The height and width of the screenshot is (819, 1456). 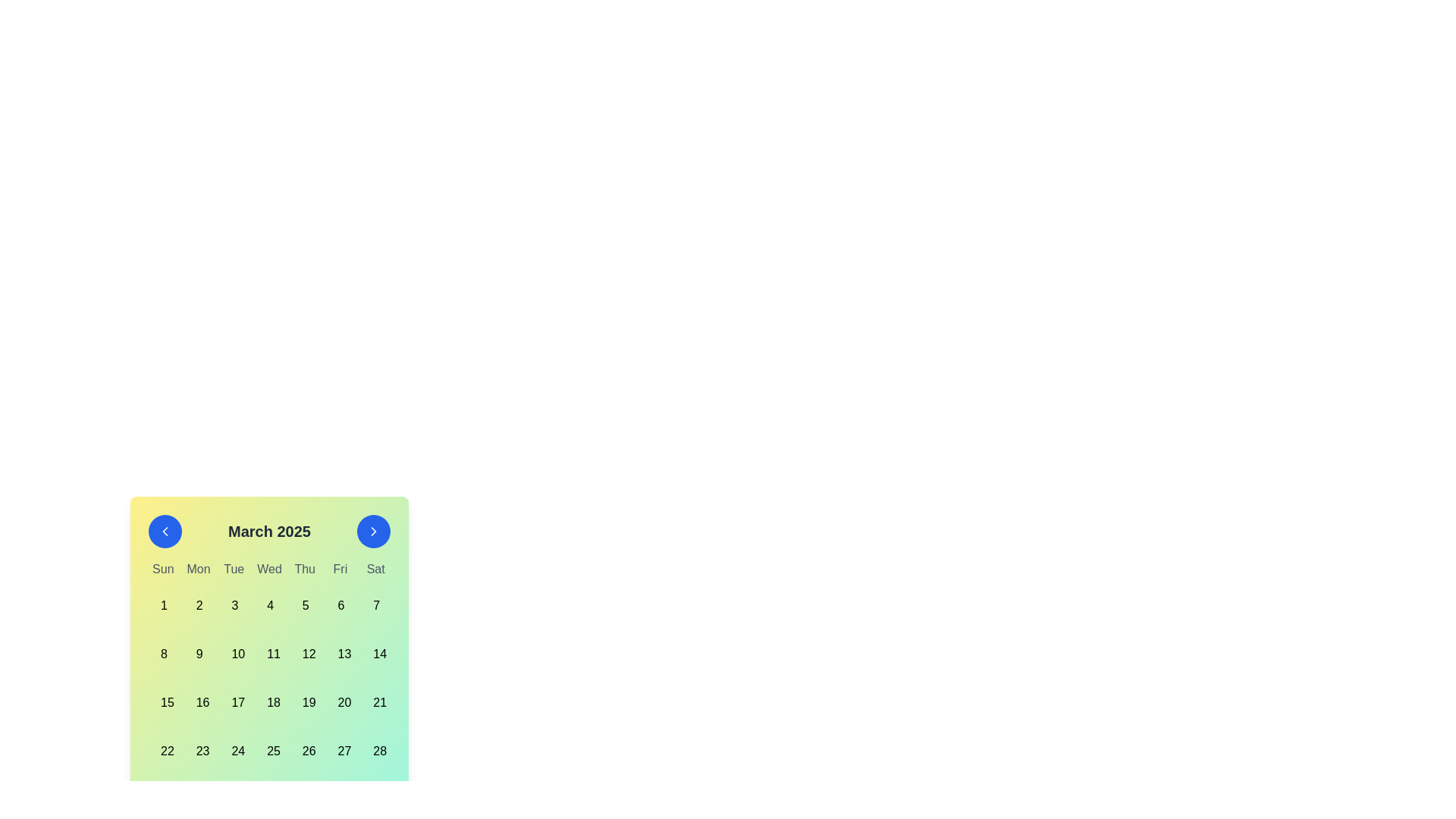 What do you see at coordinates (163, 752) in the screenshot?
I see `on the Date cell displaying the number '22' in the calendar grid, located in the sixth row and first column under the 'Sun' column` at bounding box center [163, 752].